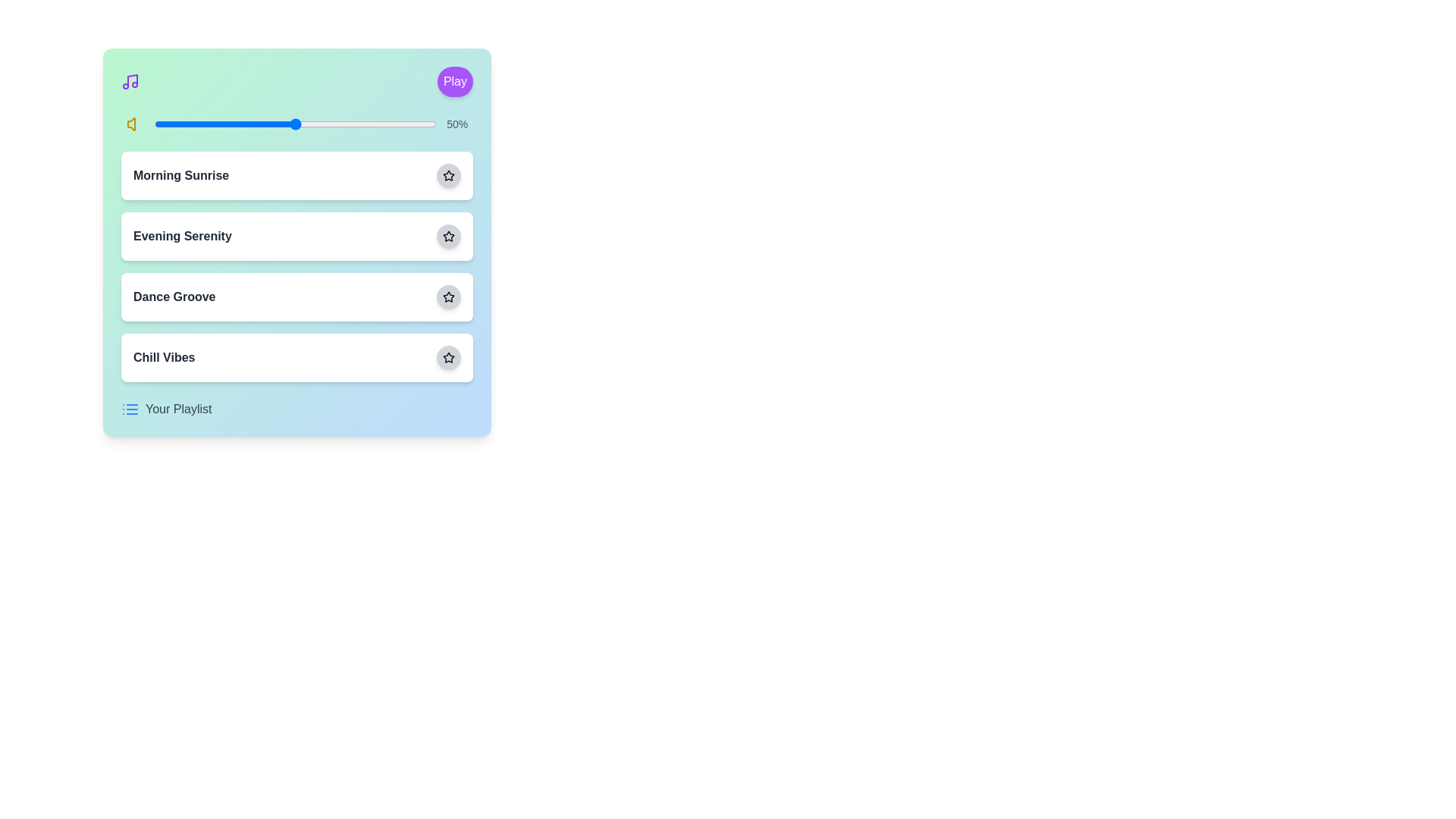  Describe the element at coordinates (178, 409) in the screenshot. I see `the Text Label that indicates the contents or purpose of a playlist, located towards the lower left corner of the interface, next to a small list icon` at that location.